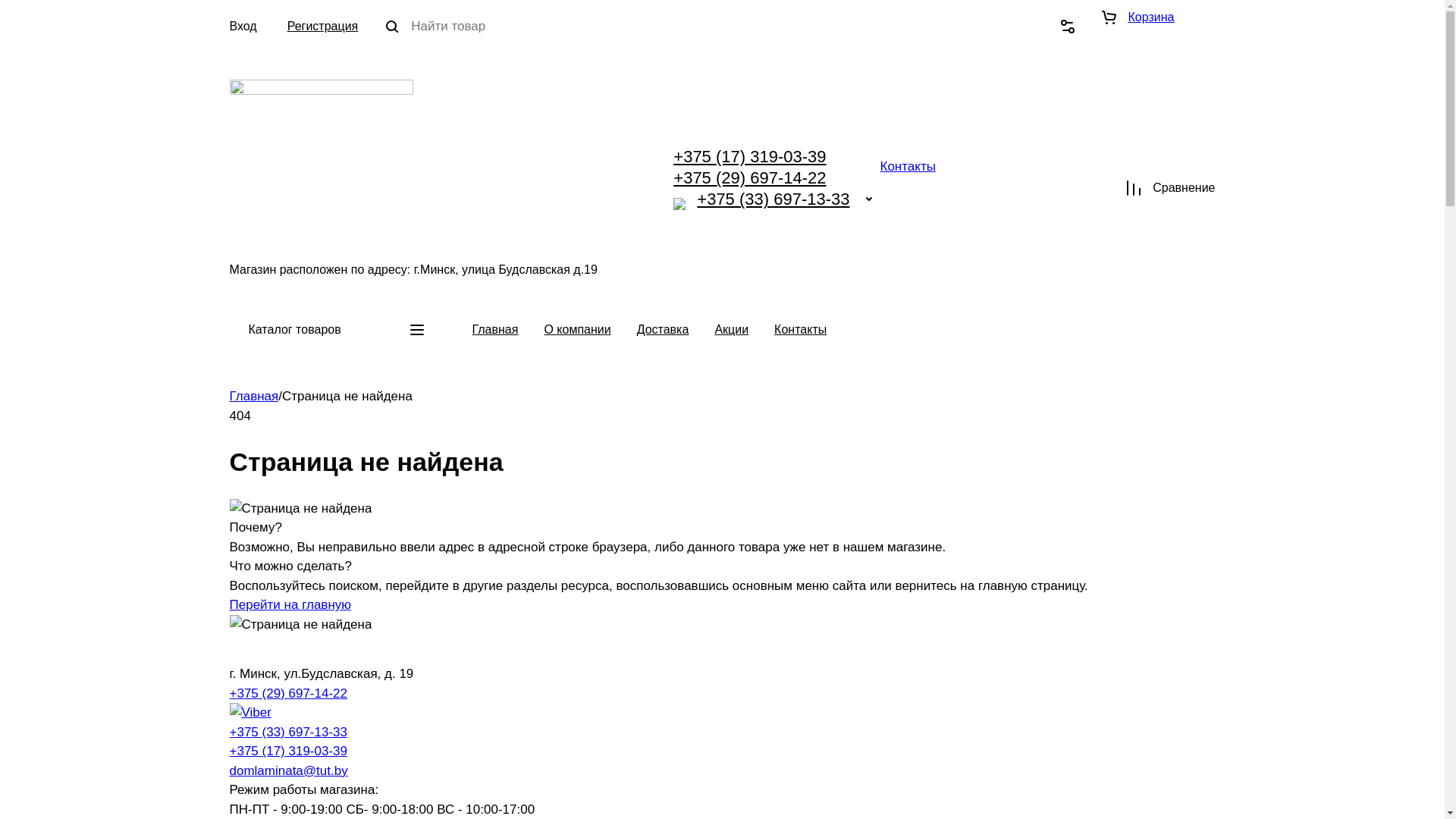 This screenshot has height=819, width=1456. What do you see at coordinates (679, 203) in the screenshot?
I see `'Viber'` at bounding box center [679, 203].